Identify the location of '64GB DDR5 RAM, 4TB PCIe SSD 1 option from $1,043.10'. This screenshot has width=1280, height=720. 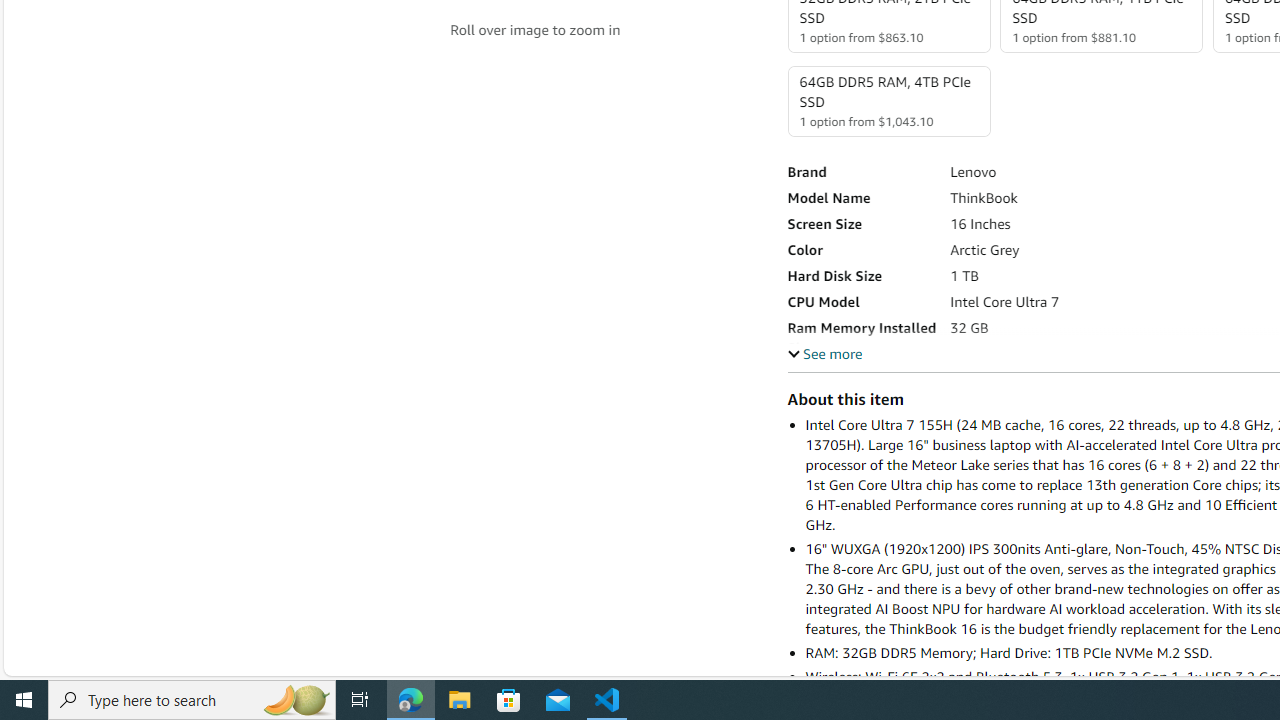
(887, 101).